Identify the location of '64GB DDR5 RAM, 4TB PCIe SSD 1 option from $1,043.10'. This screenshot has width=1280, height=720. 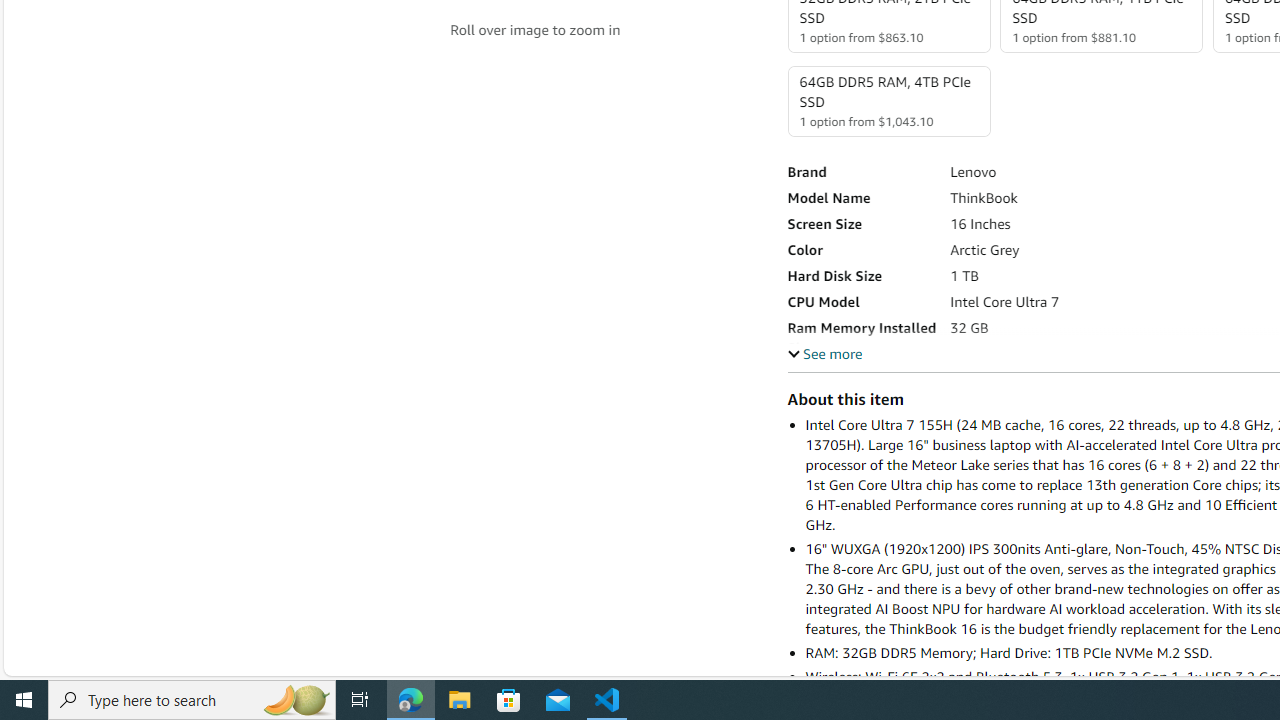
(887, 101).